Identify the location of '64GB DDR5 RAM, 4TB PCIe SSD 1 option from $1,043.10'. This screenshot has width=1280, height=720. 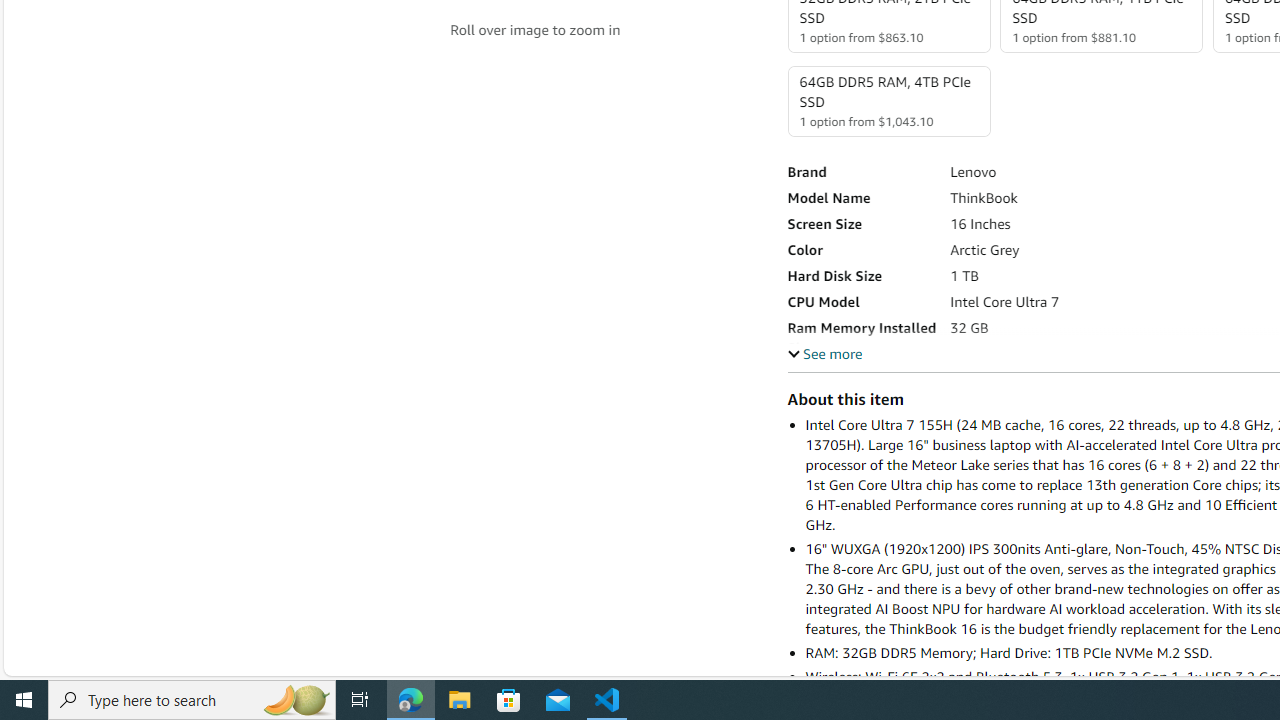
(887, 101).